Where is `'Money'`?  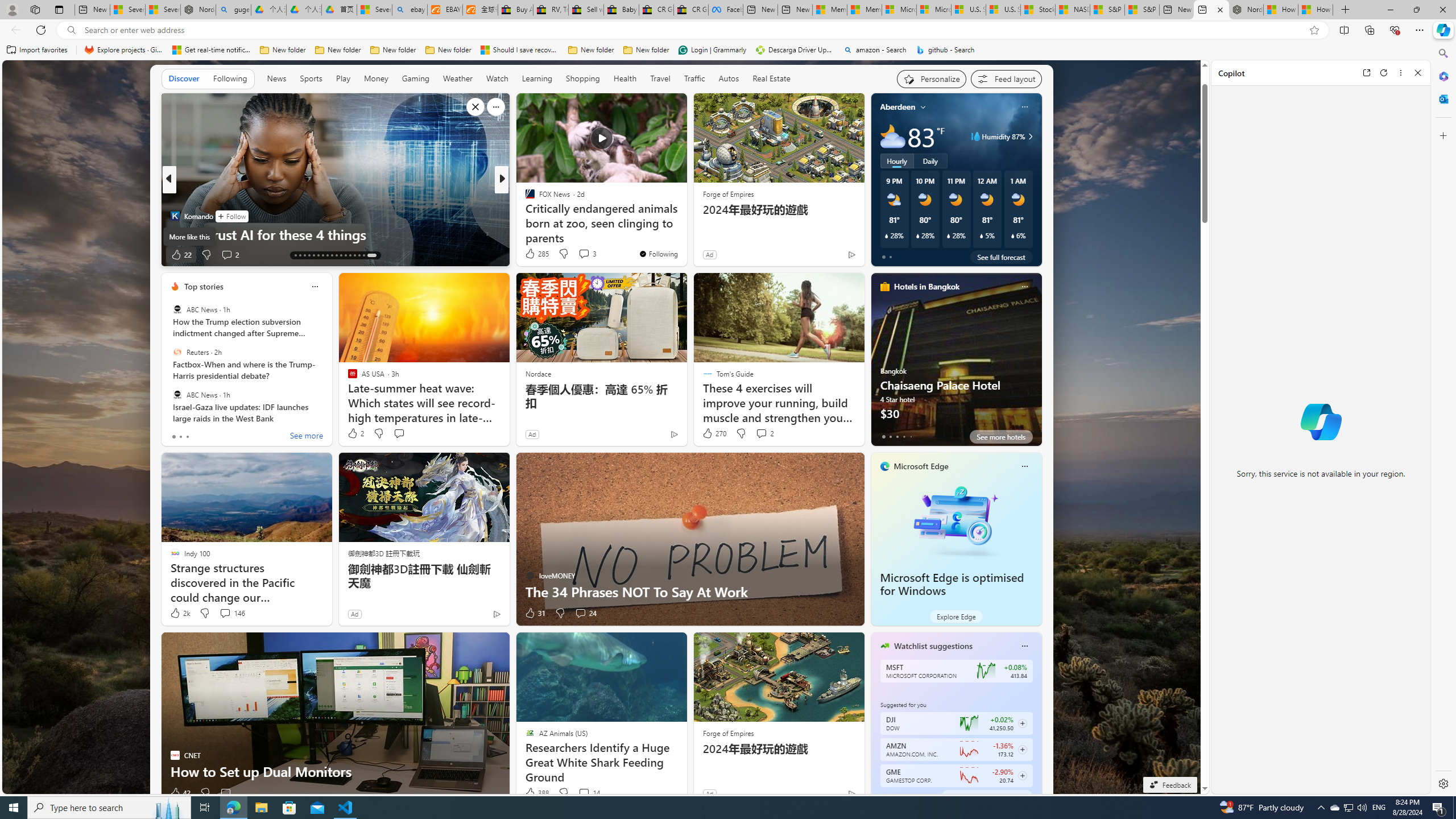 'Money' is located at coordinates (375, 78).